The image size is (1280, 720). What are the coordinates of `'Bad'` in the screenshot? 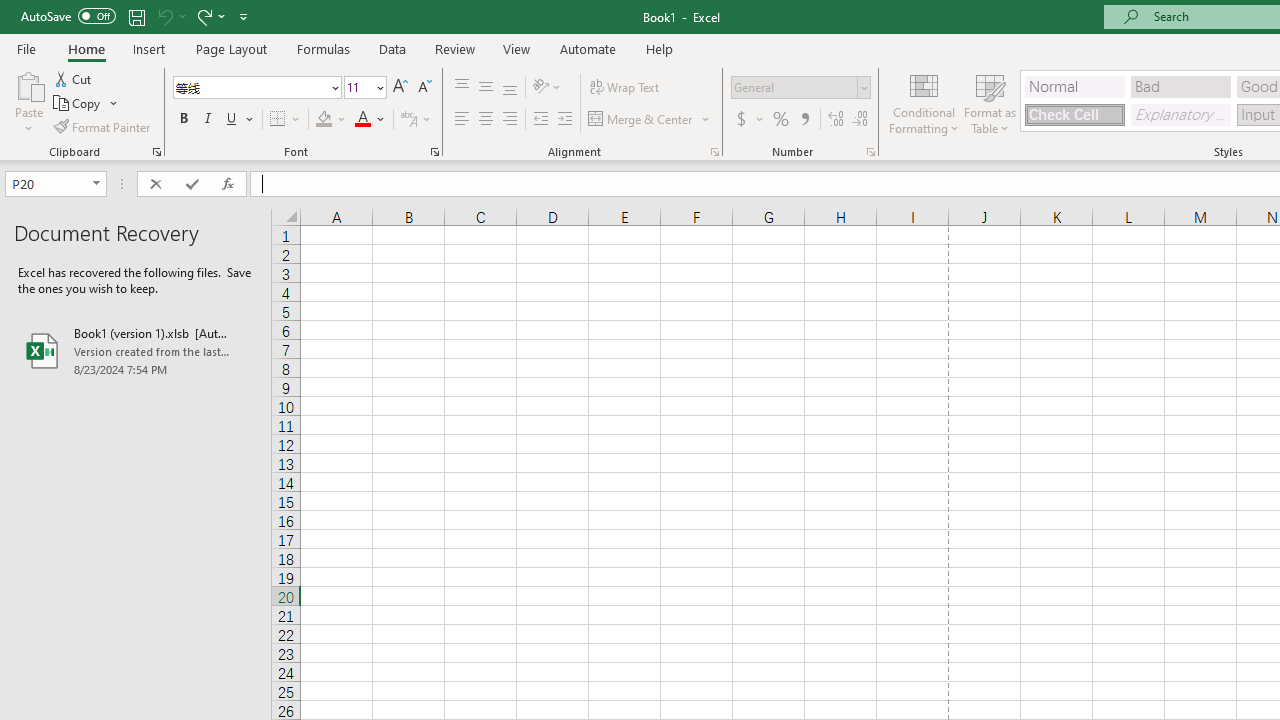 It's located at (1180, 85).